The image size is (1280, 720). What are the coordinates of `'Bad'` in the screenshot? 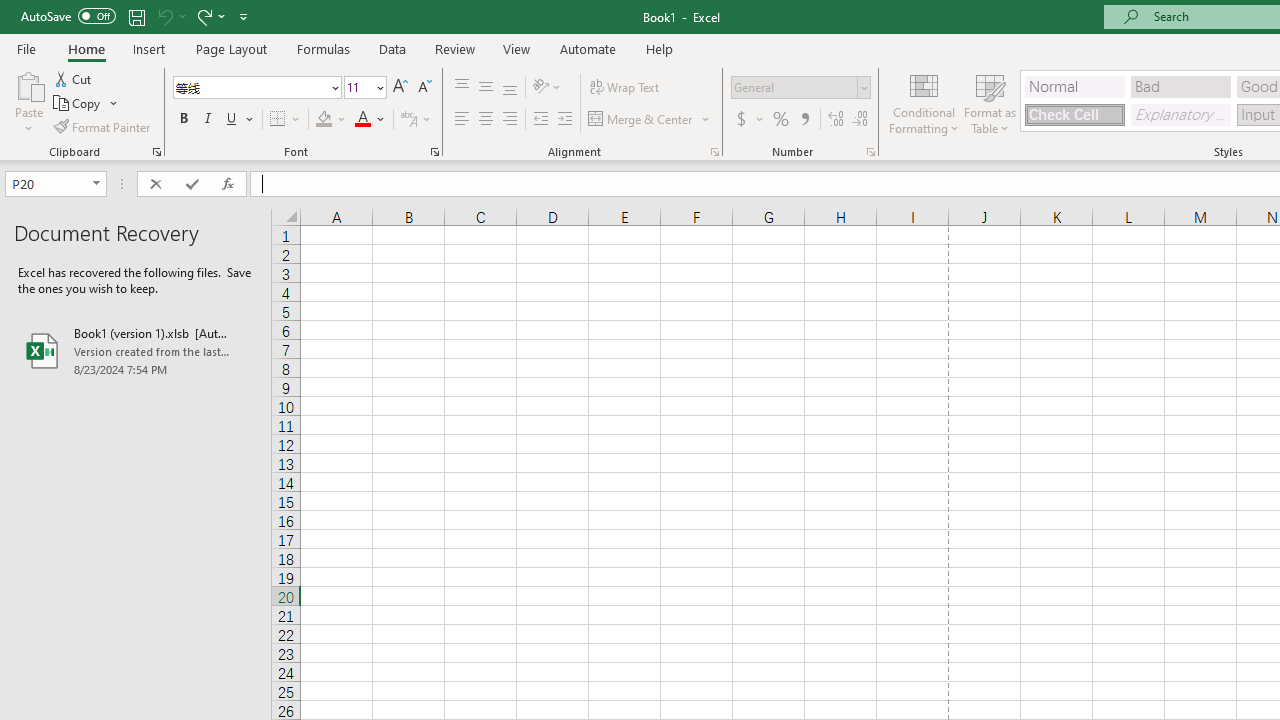 It's located at (1180, 85).